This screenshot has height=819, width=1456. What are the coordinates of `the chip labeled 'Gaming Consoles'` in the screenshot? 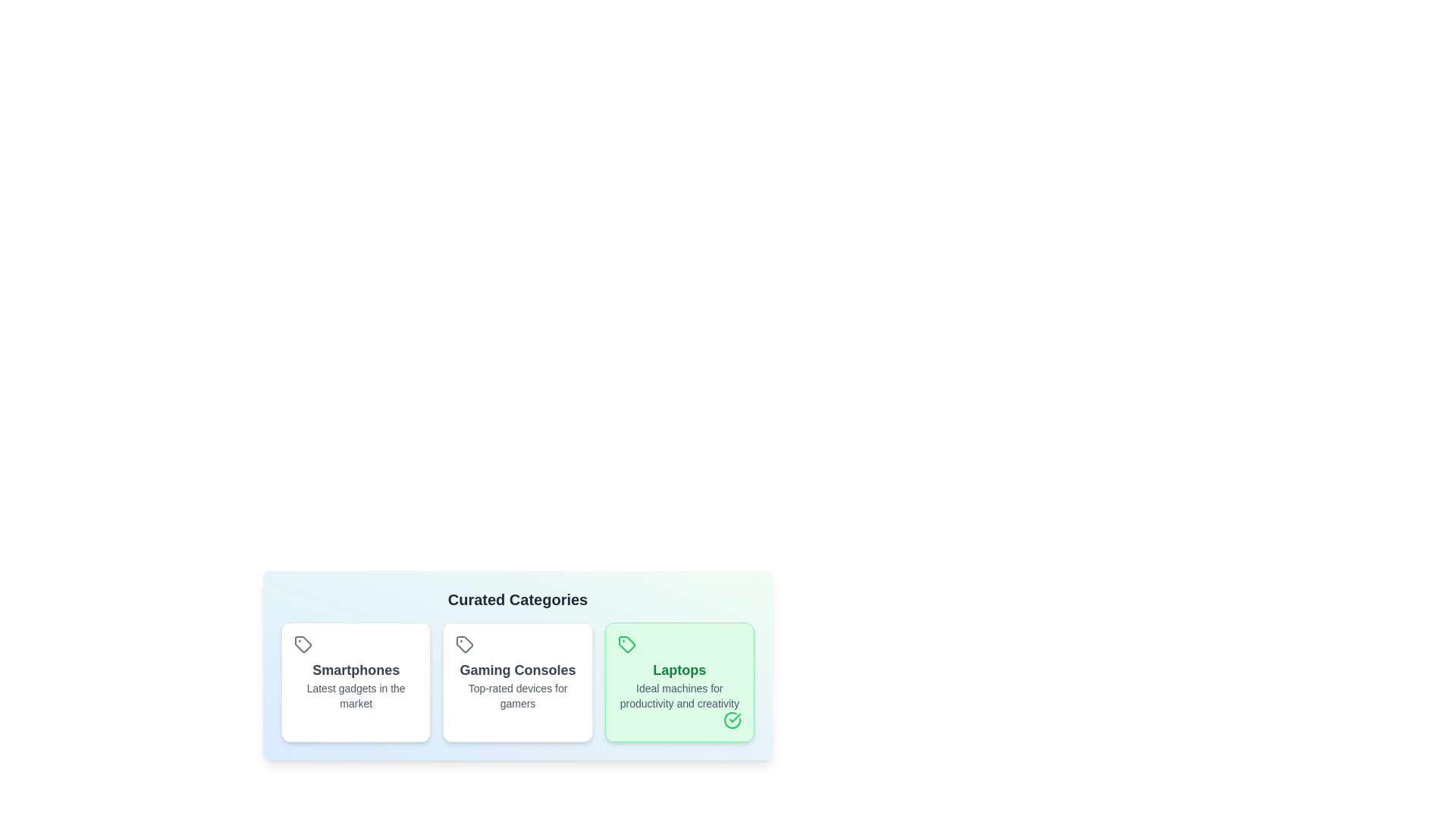 It's located at (517, 681).